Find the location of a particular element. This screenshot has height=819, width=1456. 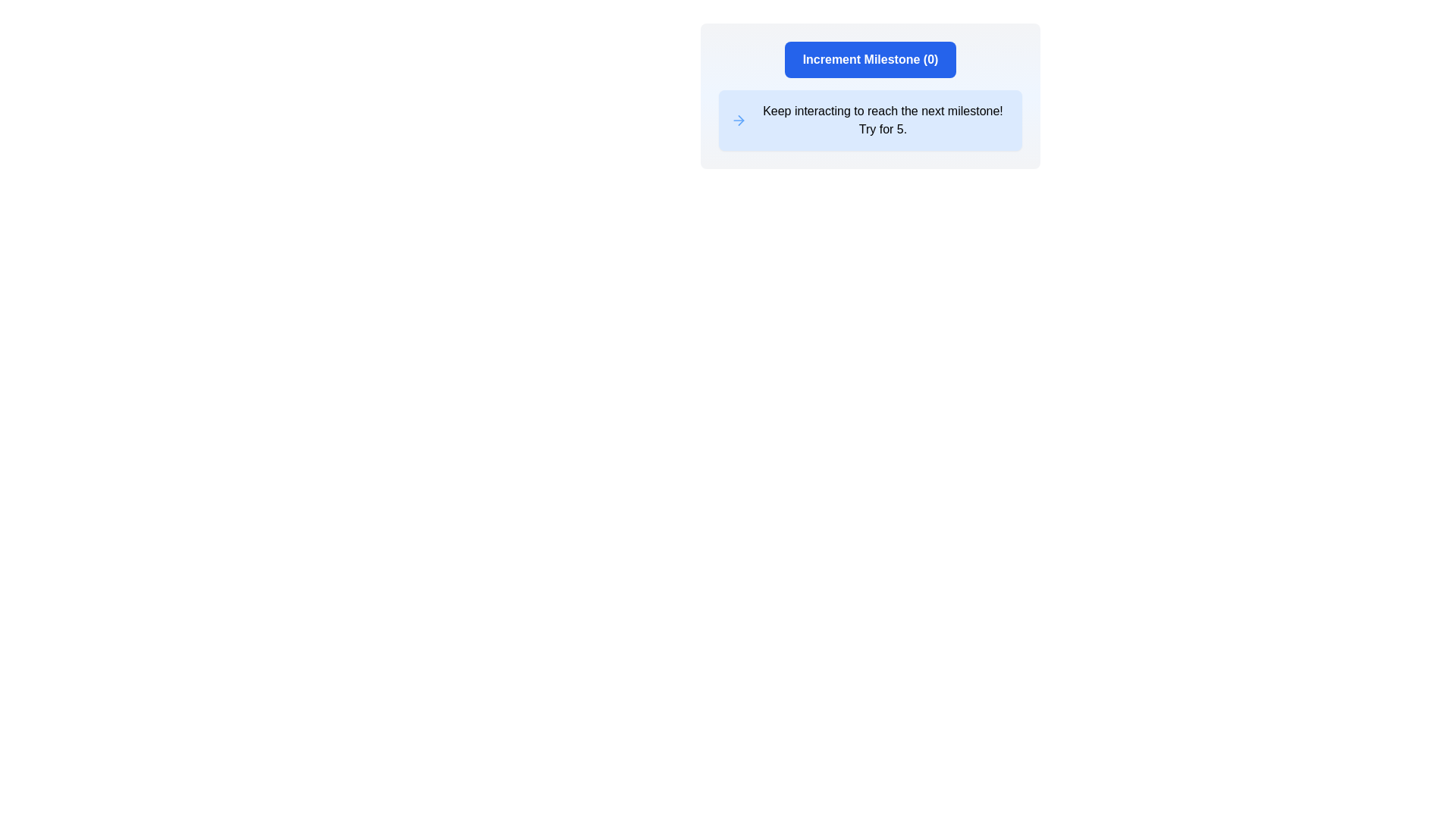

the blue arrow icon pointing right, which is located at the start of the text 'Keep interacting to reach the next milestone! Try for 5.' is located at coordinates (739, 119).